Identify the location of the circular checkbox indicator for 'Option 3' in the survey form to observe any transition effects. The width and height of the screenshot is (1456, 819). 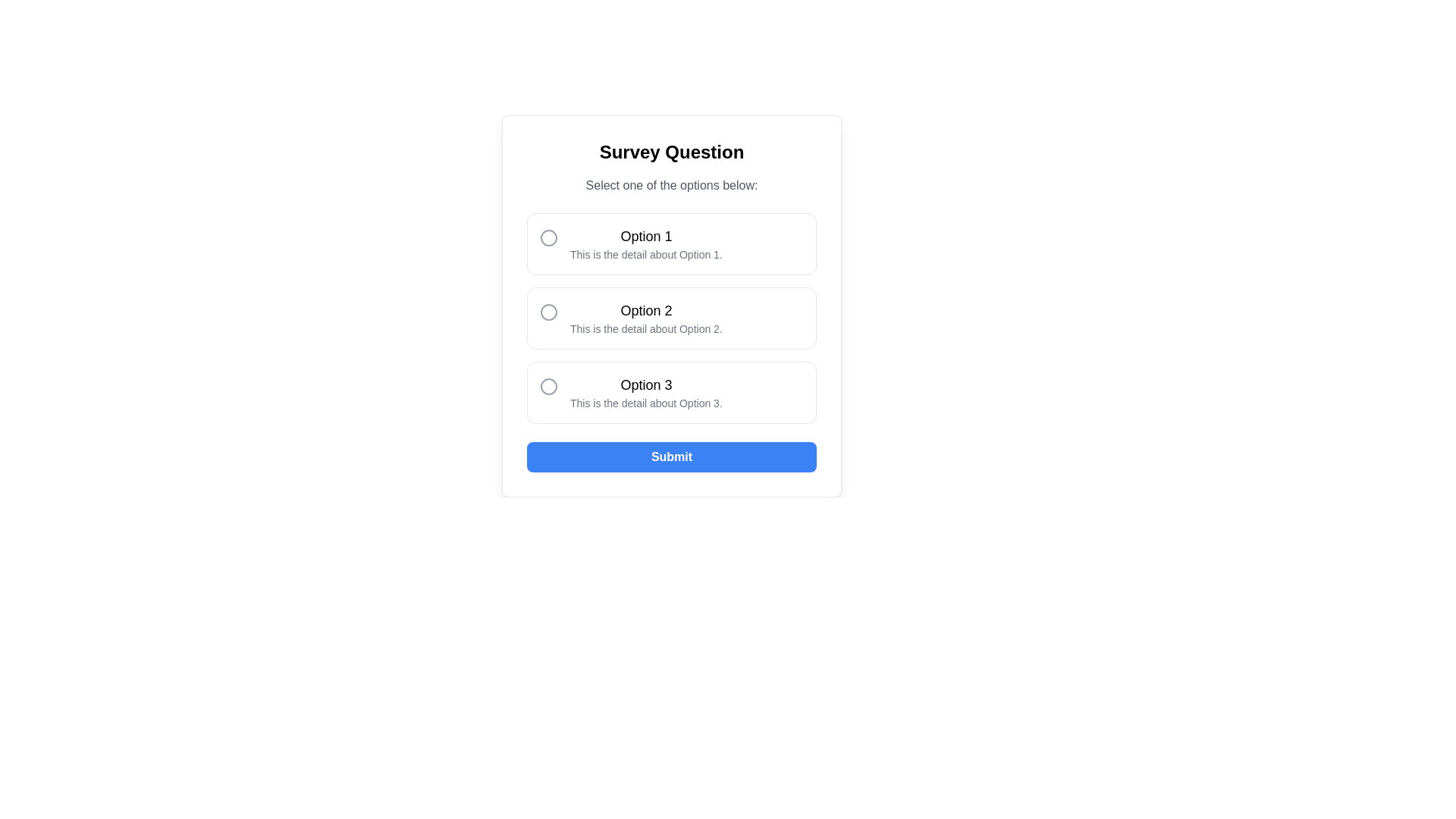
(548, 385).